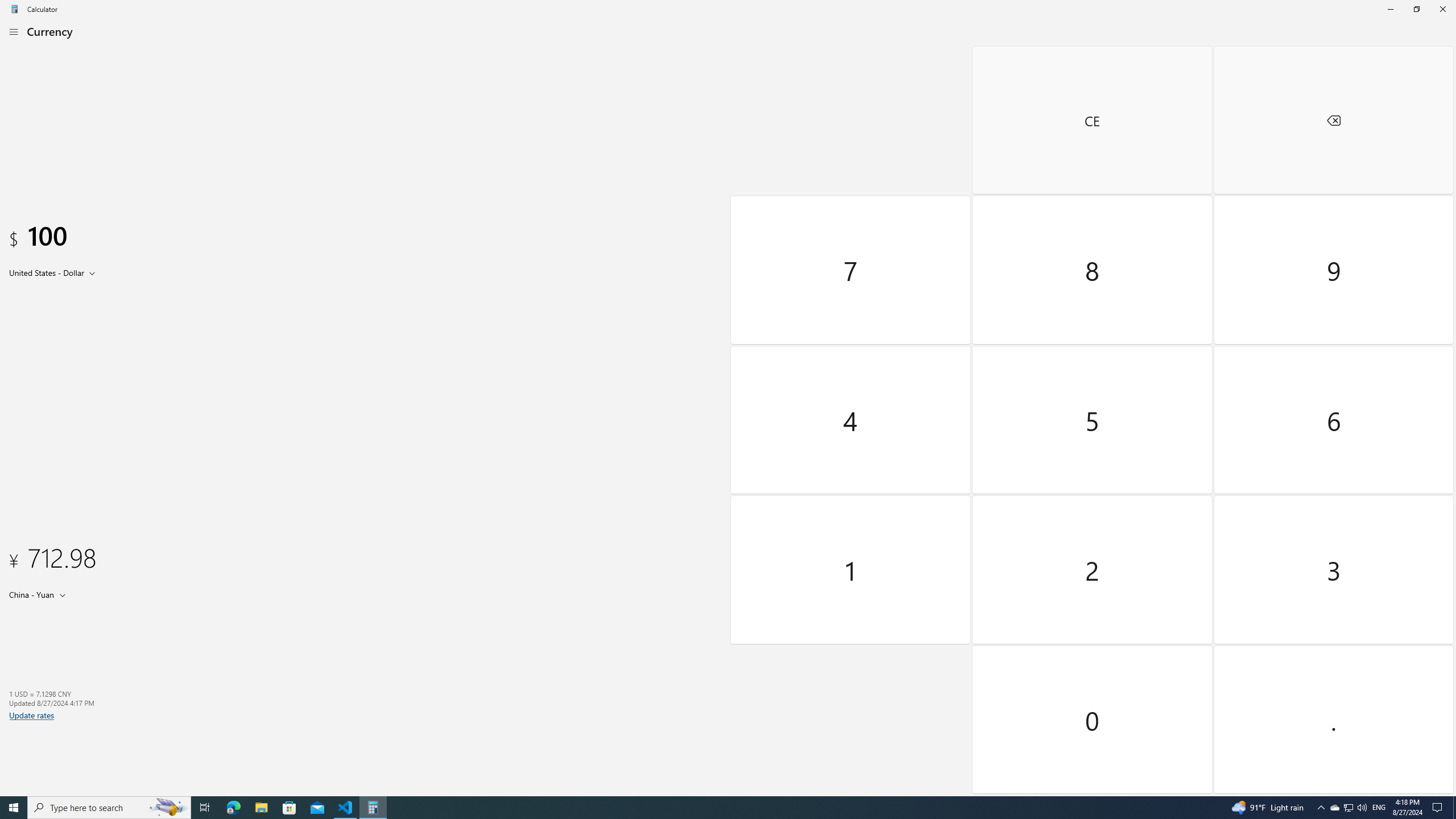 Image resolution: width=1456 pixels, height=819 pixels. Describe the element at coordinates (851, 419) in the screenshot. I see `'Four'` at that location.